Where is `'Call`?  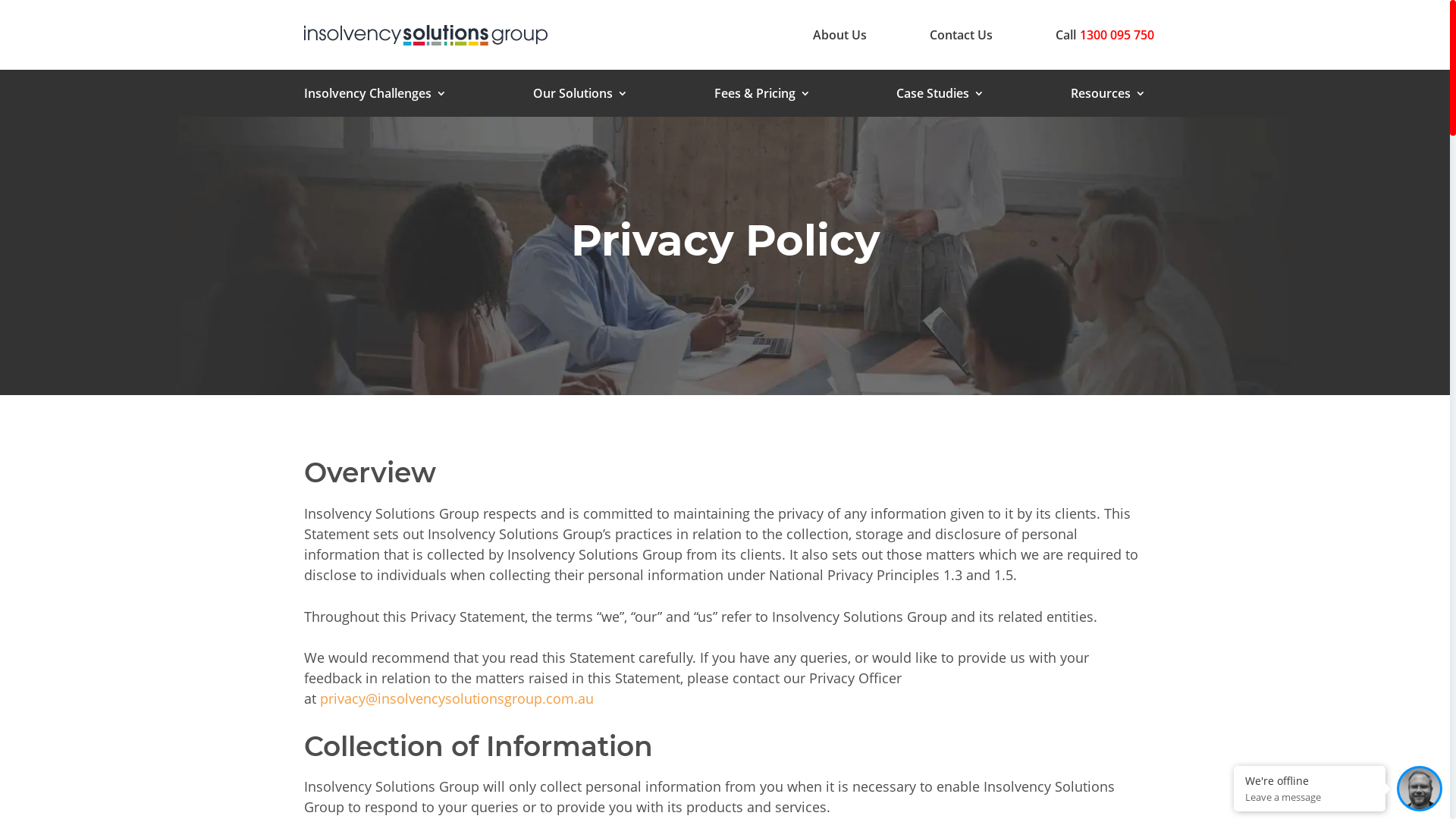 'Call is located at coordinates (1055, 34).